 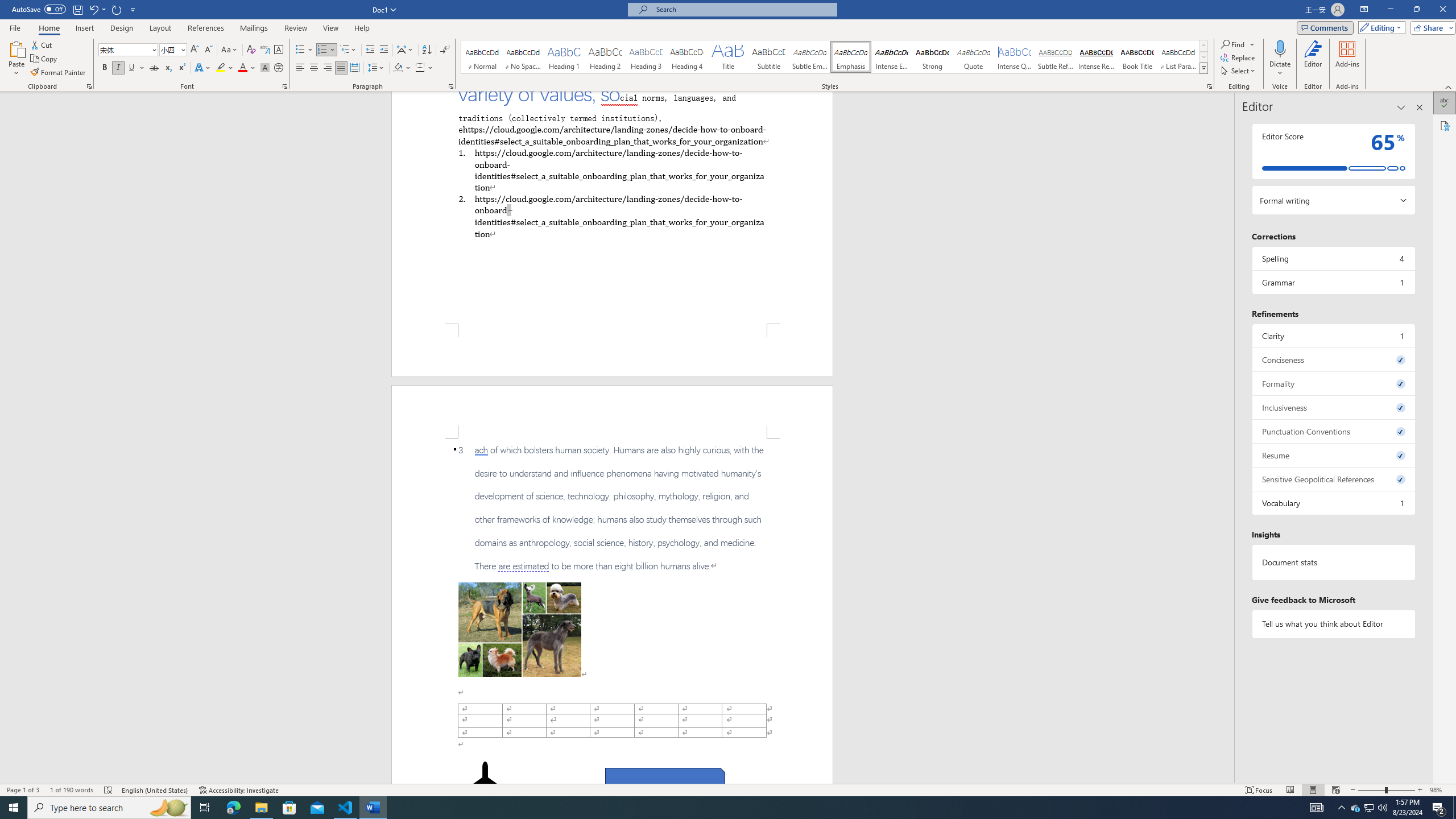 I want to click on 'Editor Score 65%', so click(x=1333, y=151).